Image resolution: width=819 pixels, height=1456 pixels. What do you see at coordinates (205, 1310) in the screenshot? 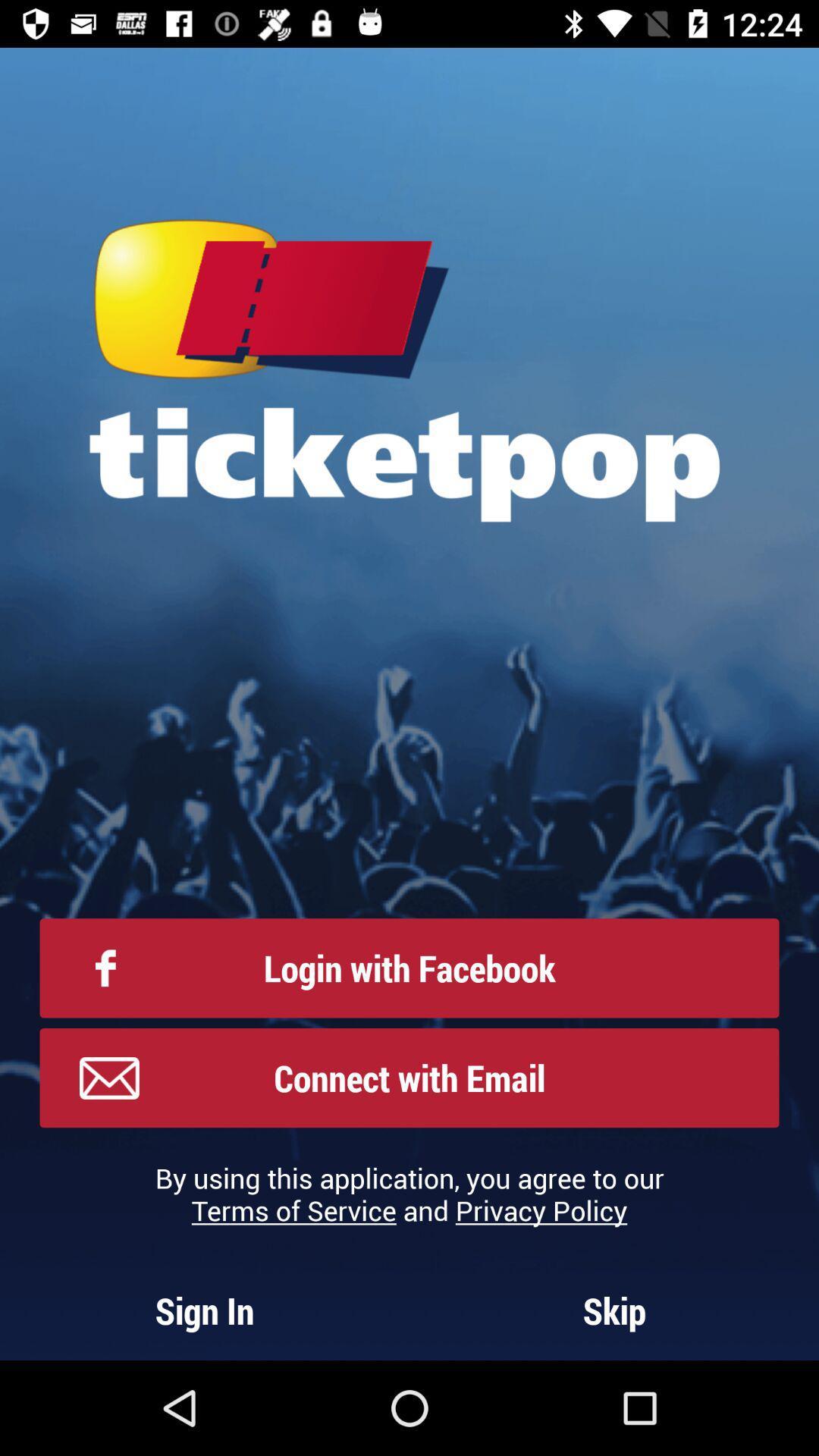
I see `the icon below the by using this` at bounding box center [205, 1310].